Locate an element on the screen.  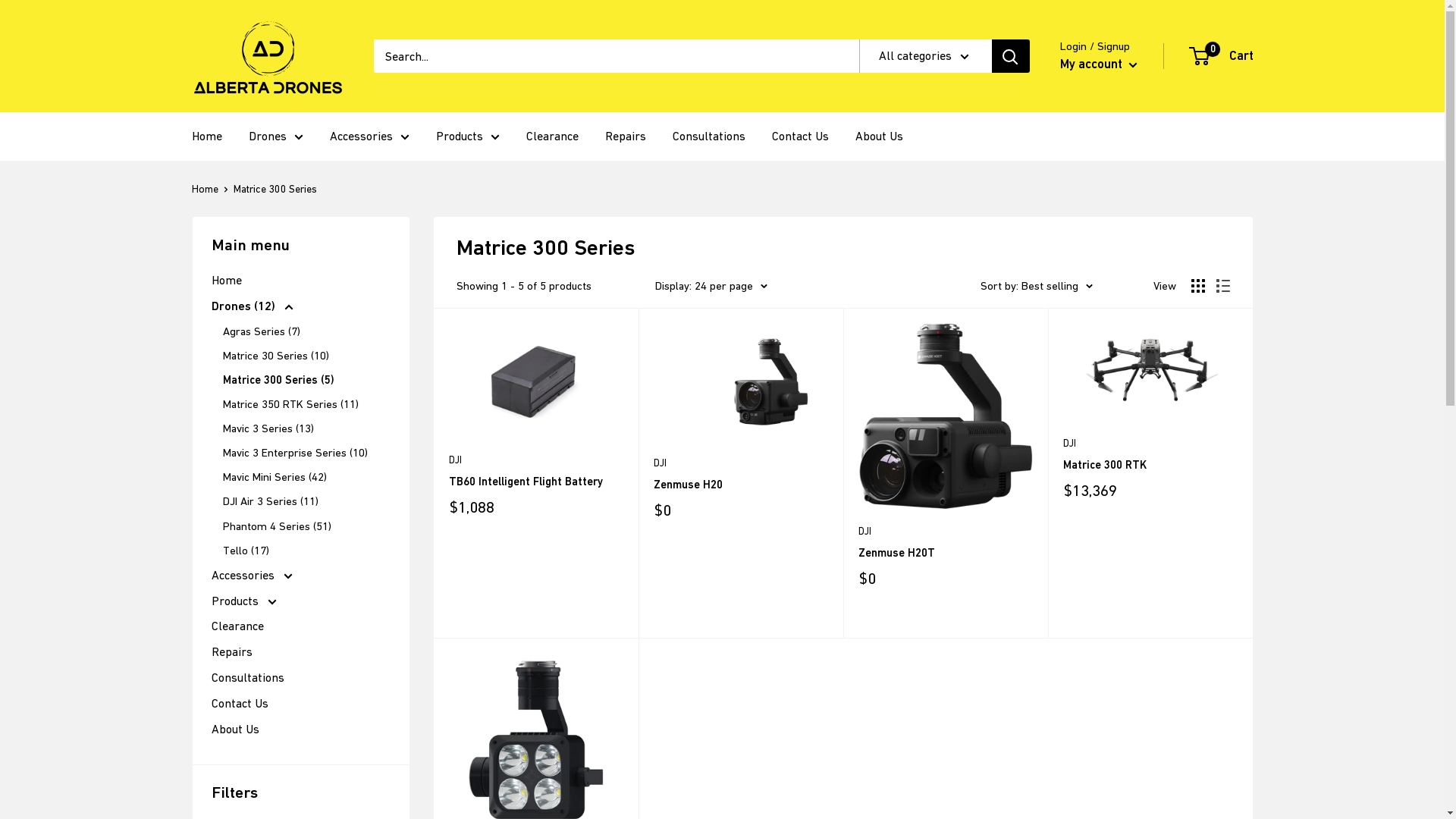
'Drones (12)' is located at coordinates (300, 306).